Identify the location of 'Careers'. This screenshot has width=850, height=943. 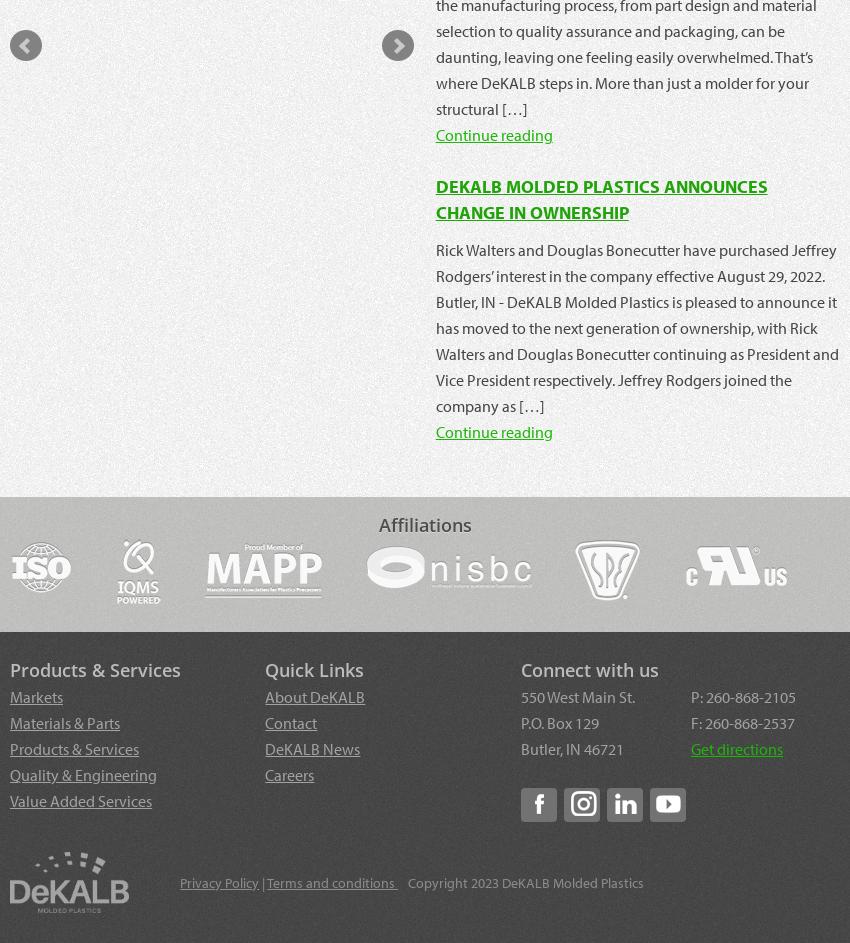
(288, 774).